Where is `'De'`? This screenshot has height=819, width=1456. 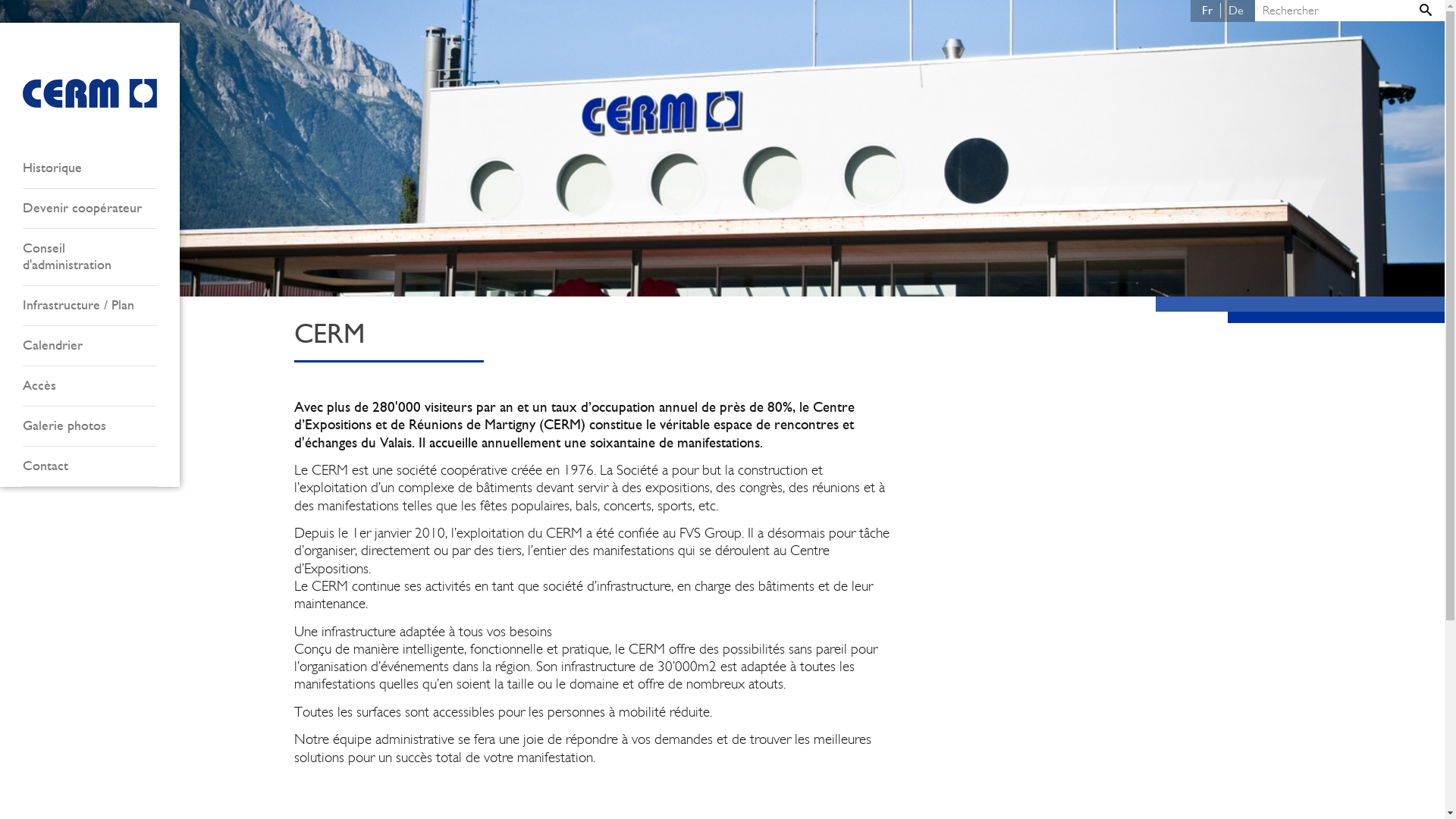
'De' is located at coordinates (1235, 11).